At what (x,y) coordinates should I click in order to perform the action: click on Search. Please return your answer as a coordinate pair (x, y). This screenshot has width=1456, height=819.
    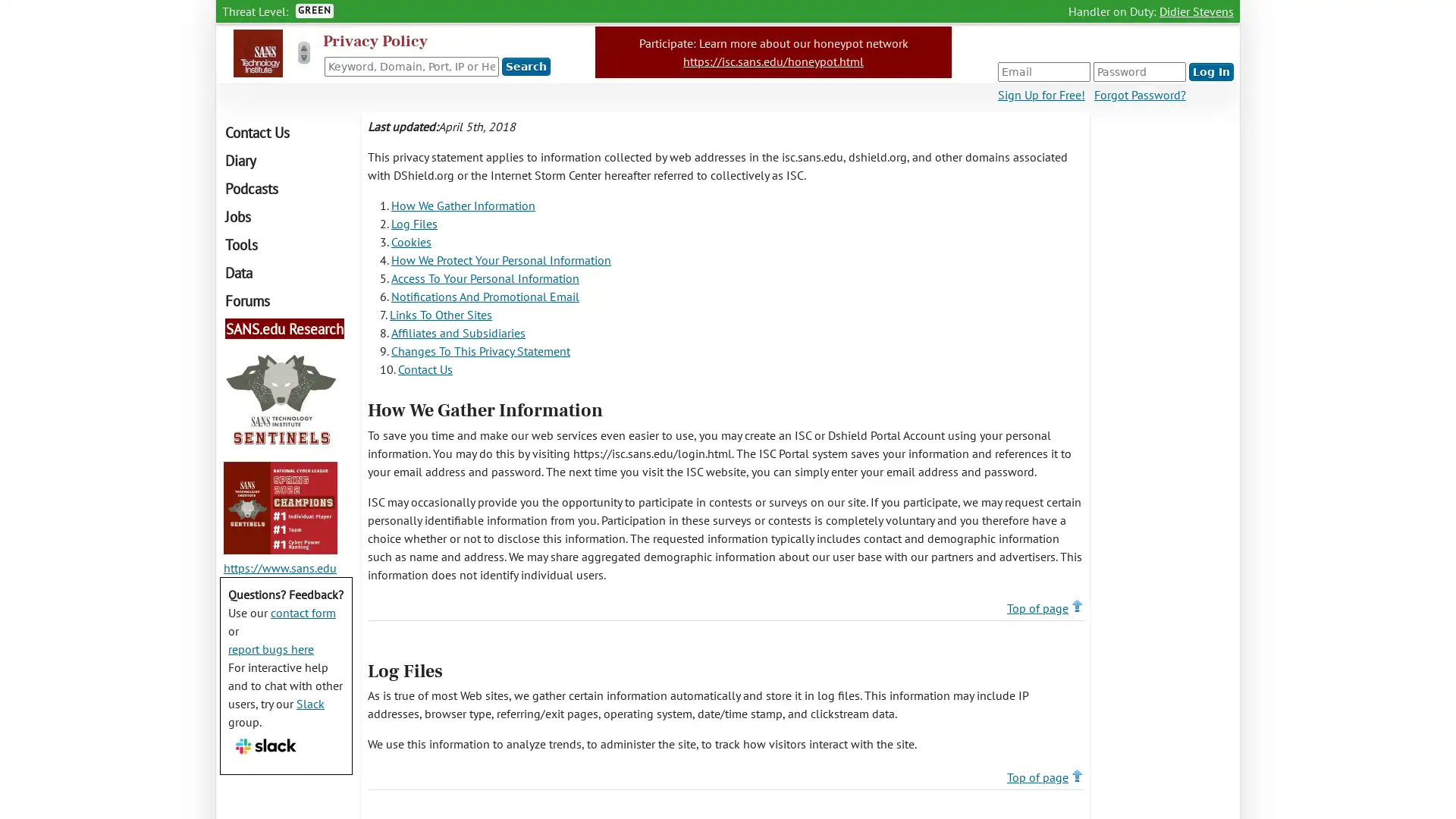
    Looking at the image, I should click on (526, 66).